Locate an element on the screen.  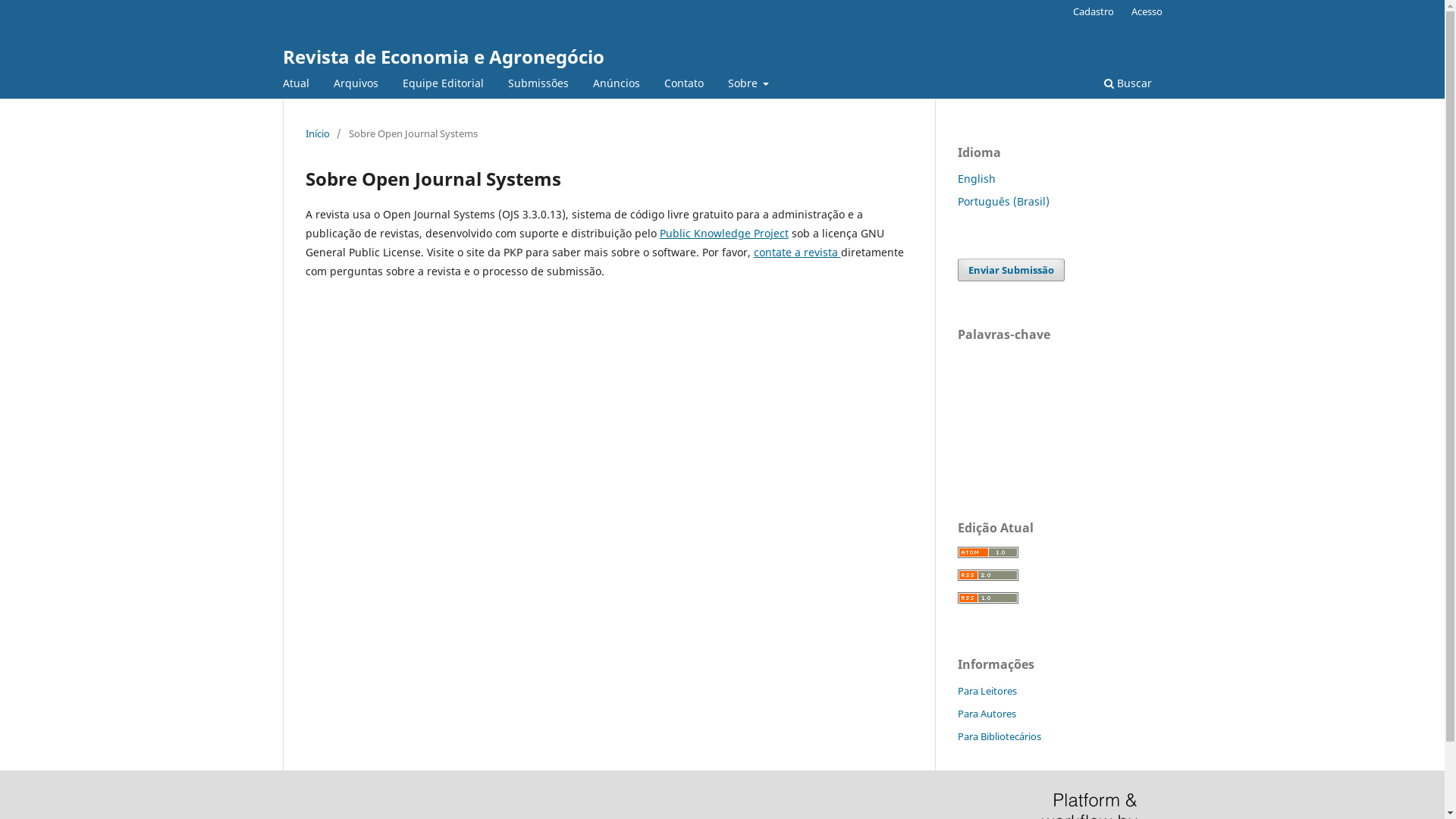
'Equipe Editorial' is located at coordinates (442, 85).